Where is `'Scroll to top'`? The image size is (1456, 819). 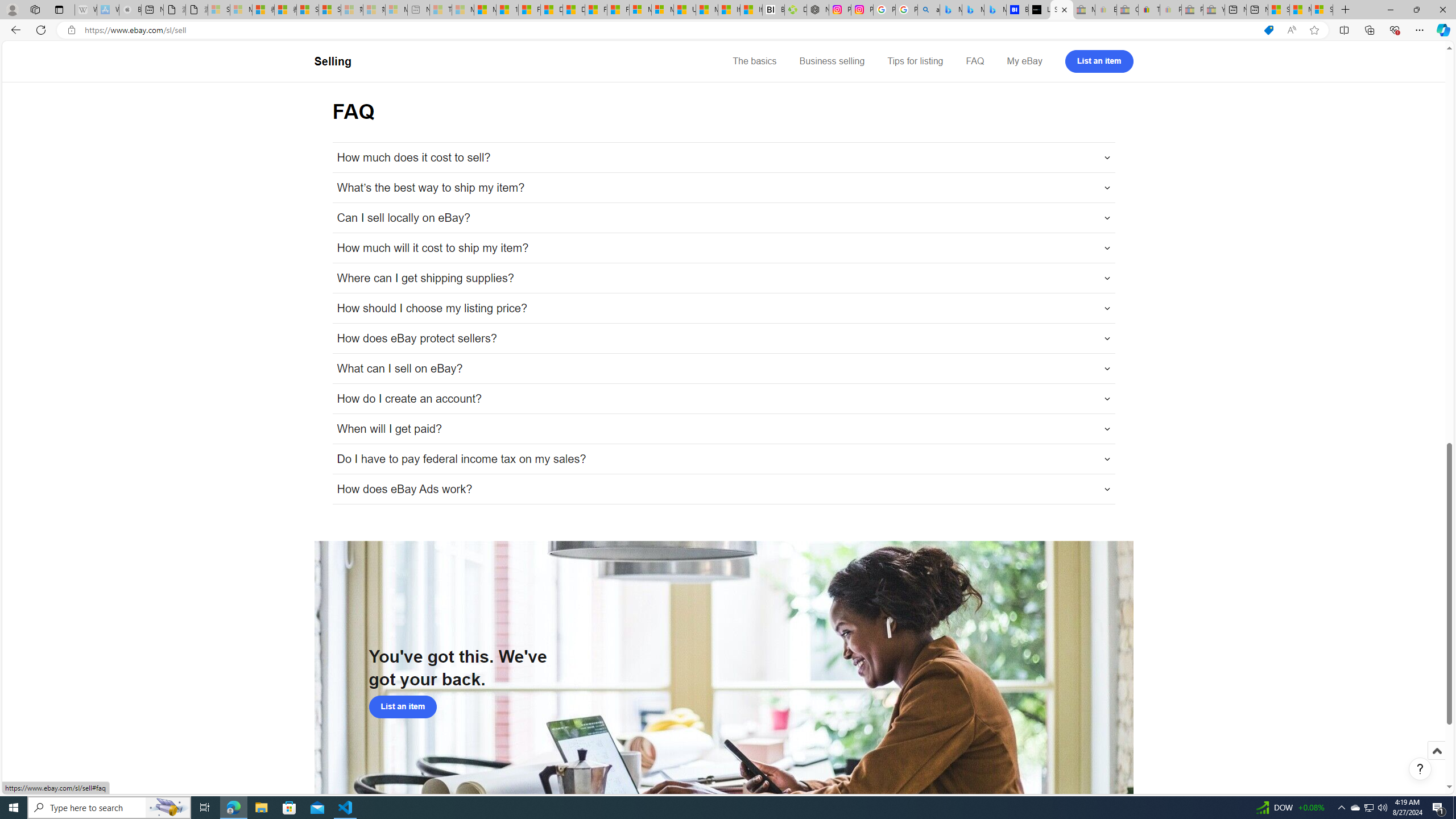
'Scroll to top' is located at coordinates (1436, 762).